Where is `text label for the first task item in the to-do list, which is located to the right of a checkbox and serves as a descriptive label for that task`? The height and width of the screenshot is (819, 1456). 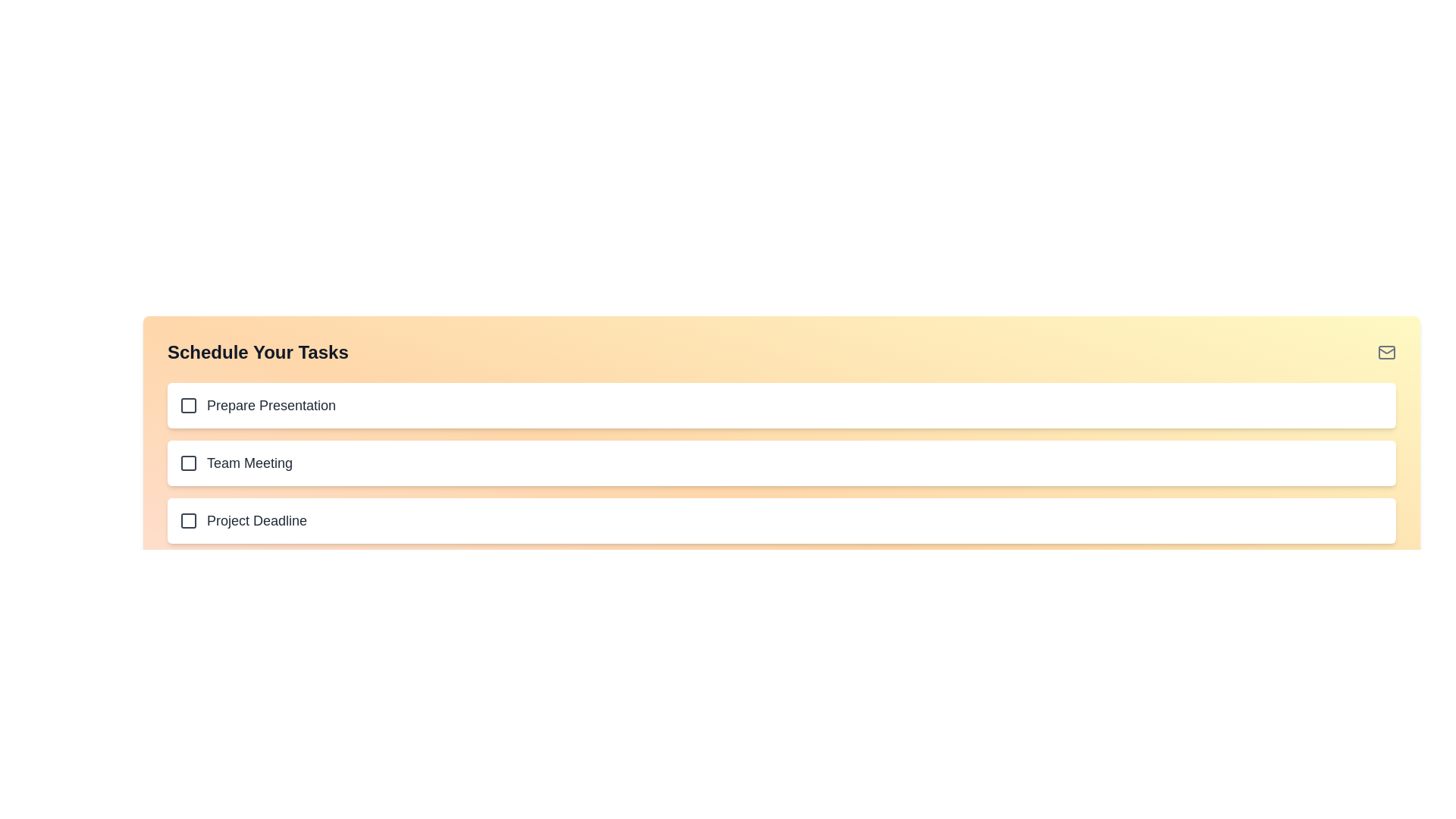
text label for the first task item in the to-do list, which is located to the right of a checkbox and serves as a descriptive label for that task is located at coordinates (271, 405).